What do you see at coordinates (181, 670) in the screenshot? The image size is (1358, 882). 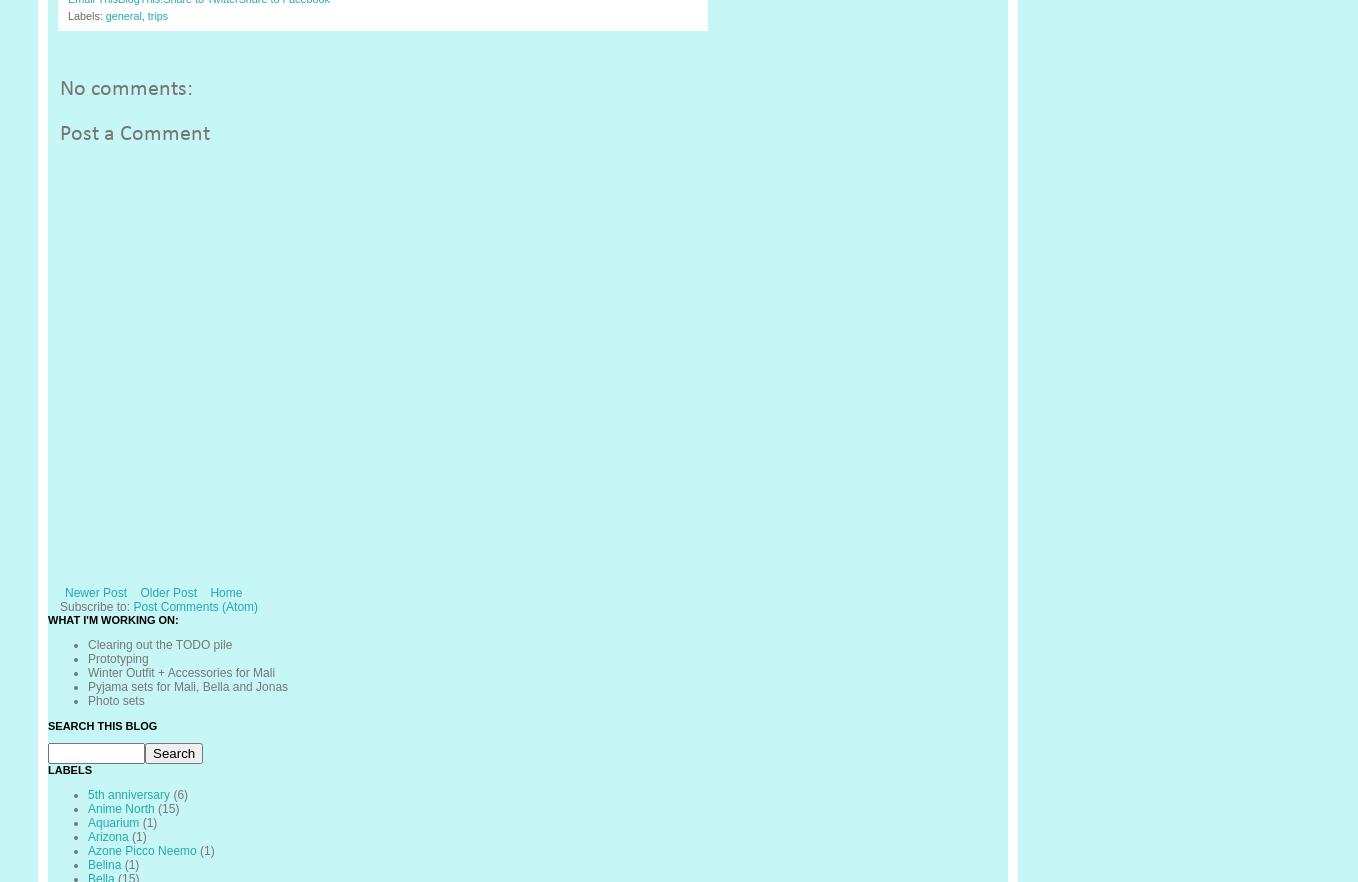 I see `'Winter Outfit + Accessories for Mali'` at bounding box center [181, 670].